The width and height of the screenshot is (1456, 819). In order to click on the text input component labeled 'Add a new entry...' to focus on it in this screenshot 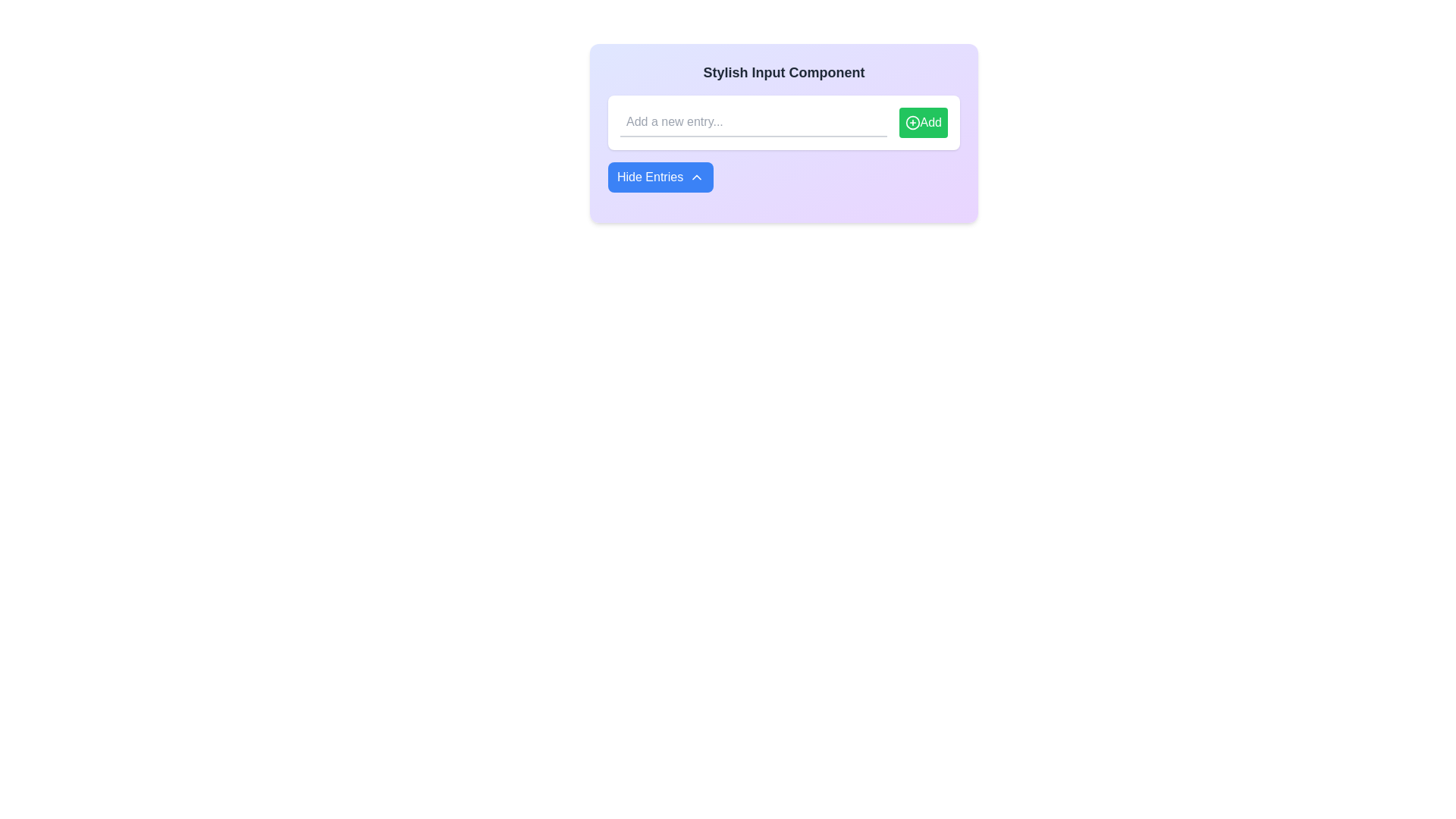, I will do `click(783, 133)`.